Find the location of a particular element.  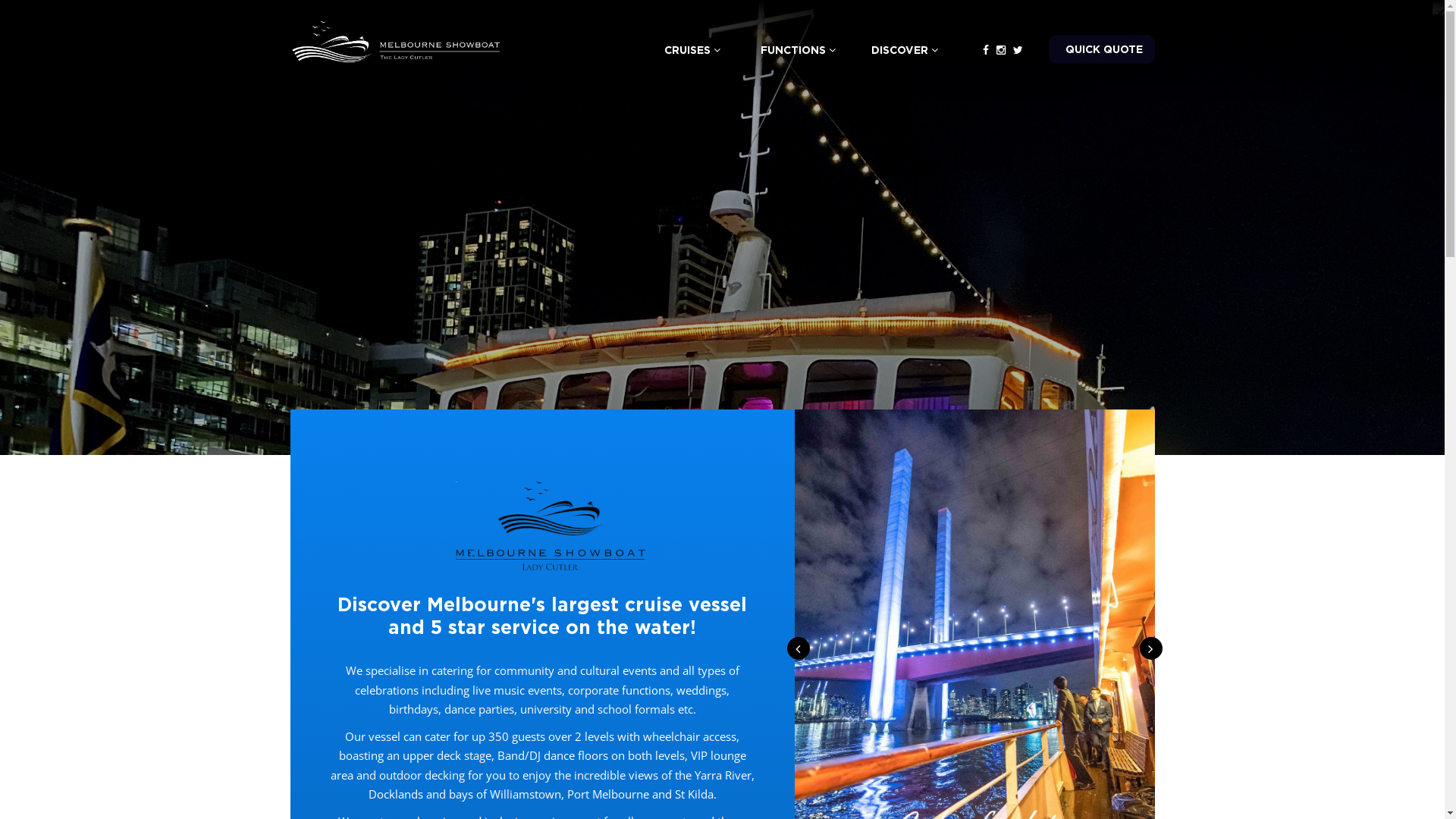

'CRUISES' is located at coordinates (638, 49).